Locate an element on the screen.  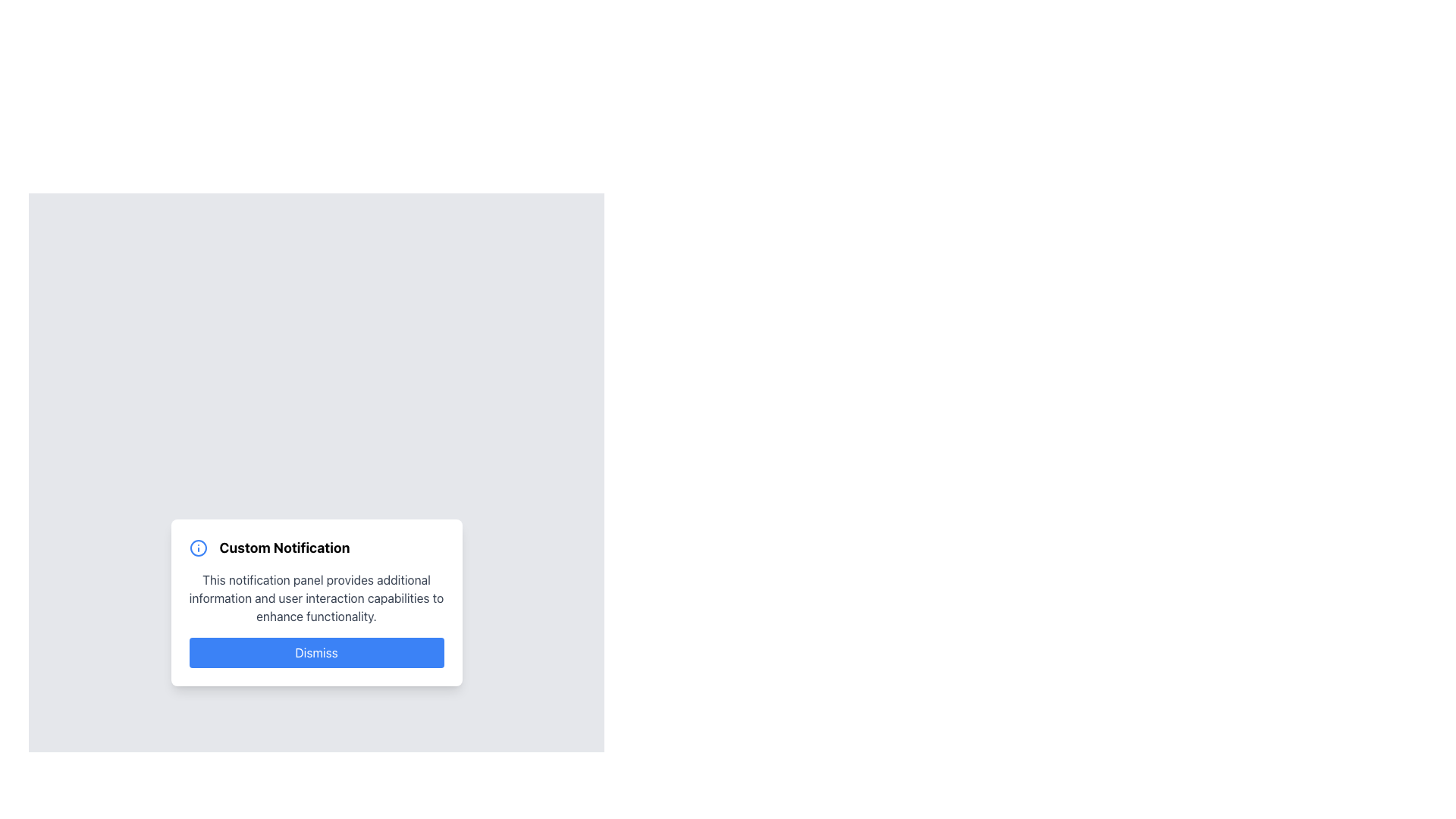
the dismiss button located at the bottom of the white rounded notification panel is located at coordinates (315, 651).